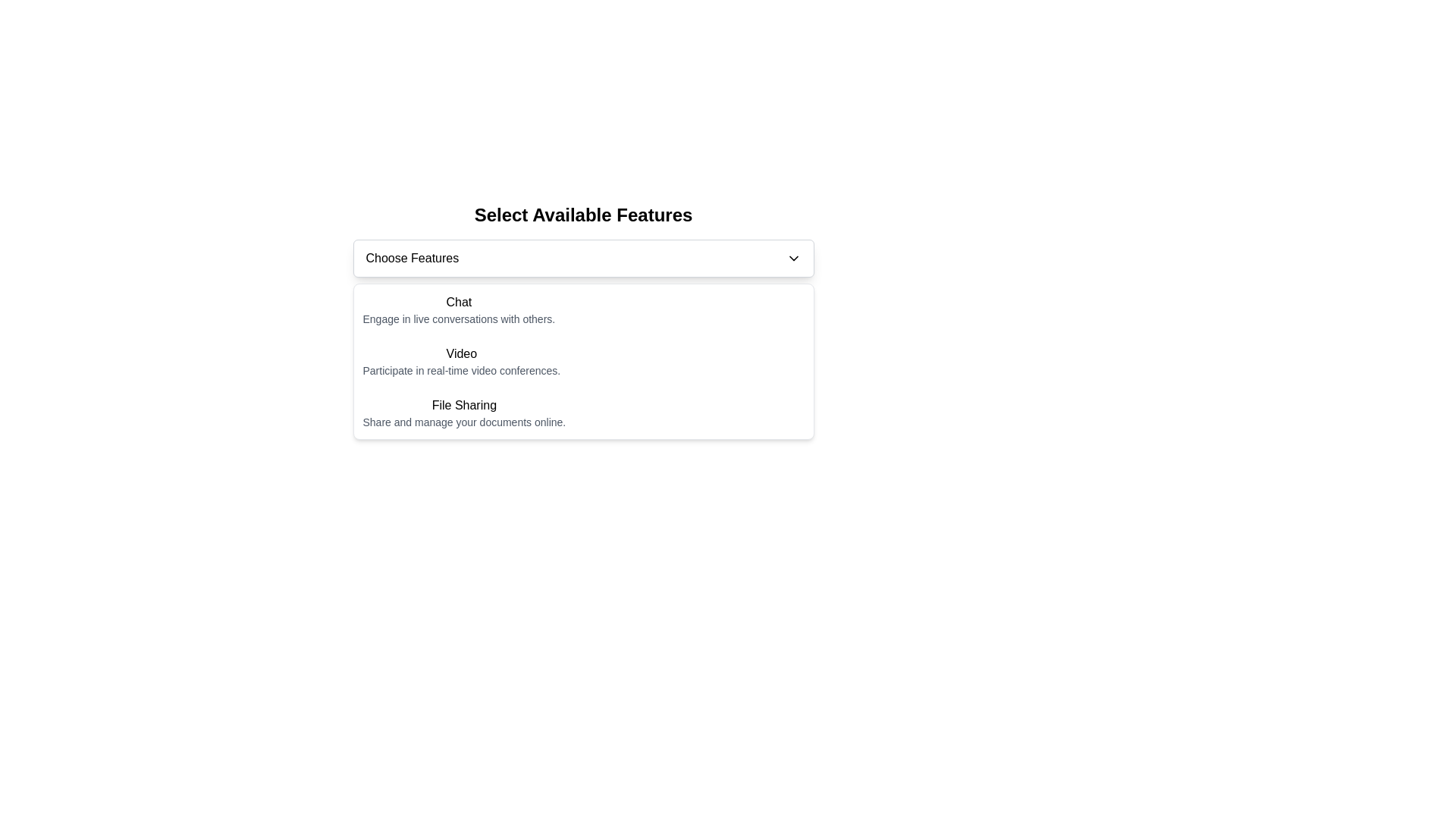 This screenshot has width=1456, height=819. Describe the element at coordinates (463, 413) in the screenshot. I see `the 'File Sharing' label with the subtitle 'Share and manage your documents online', which is the third item in the feature list` at that location.